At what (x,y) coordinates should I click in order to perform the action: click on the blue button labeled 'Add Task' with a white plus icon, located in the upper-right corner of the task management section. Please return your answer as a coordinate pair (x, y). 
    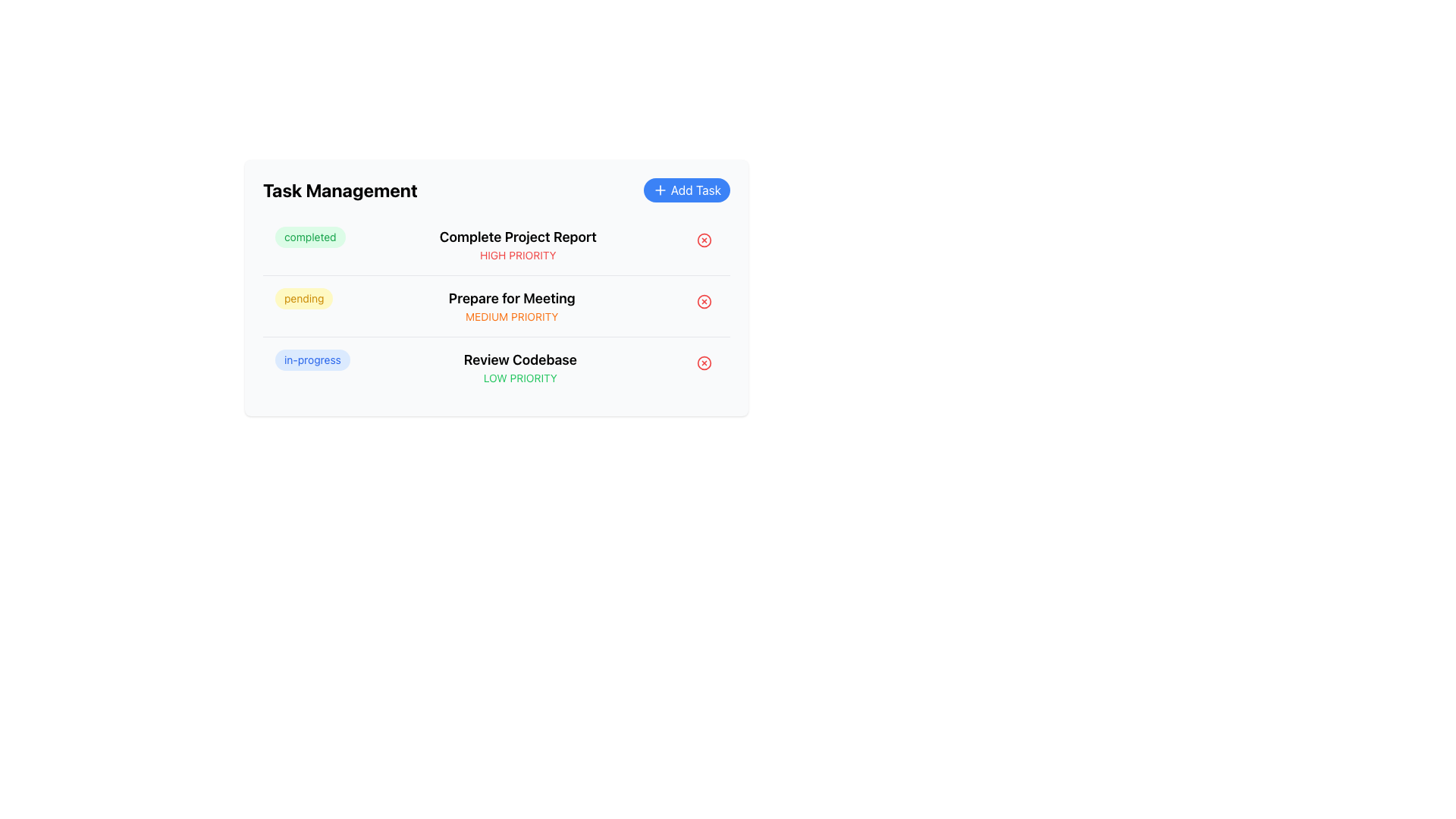
    Looking at the image, I should click on (686, 189).